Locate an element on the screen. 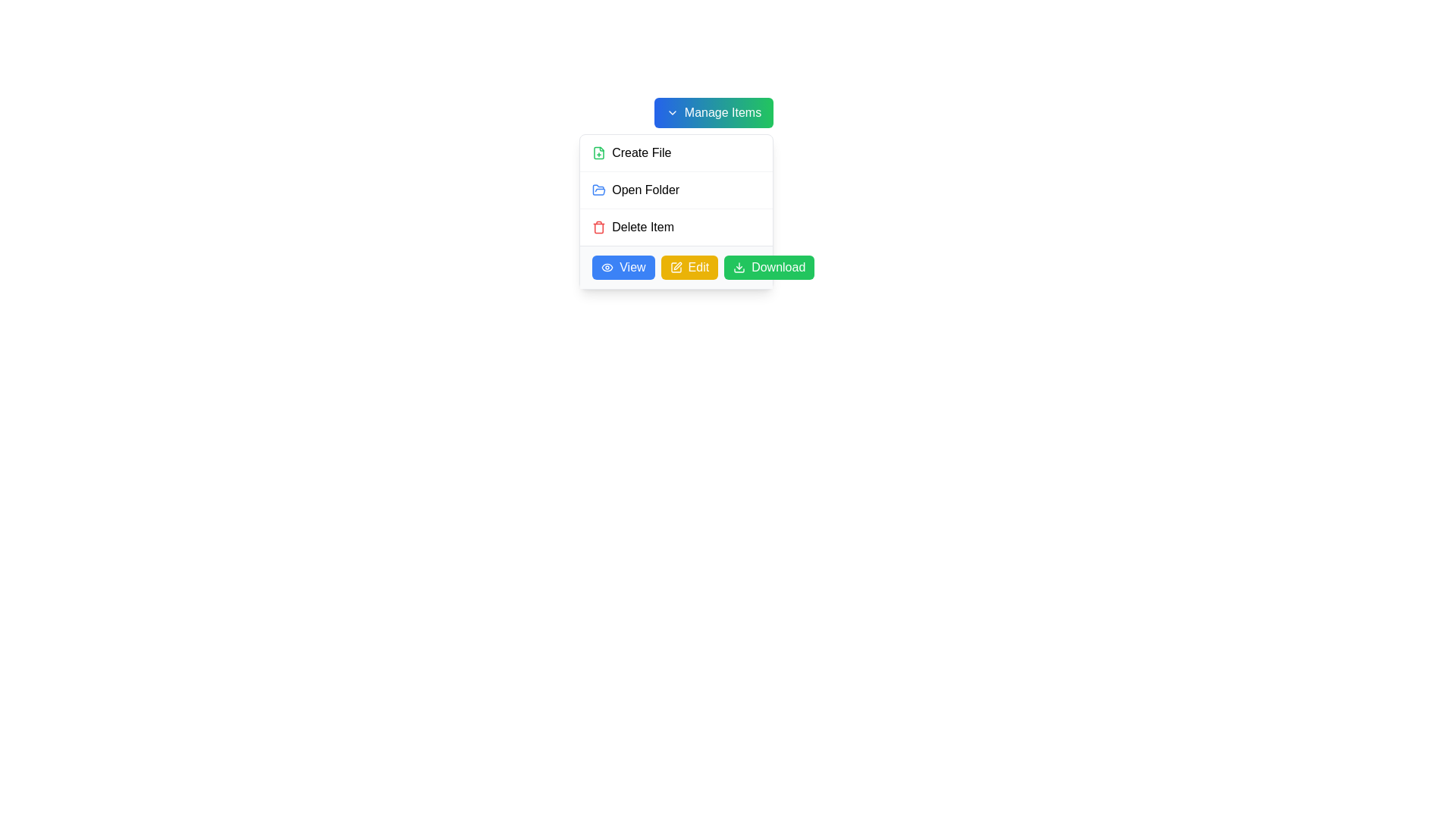 The image size is (1456, 819). the 'Open Folder' option in the dropdown menu, which is the second item in the list beneath the 'Manage Items' button is located at coordinates (676, 189).